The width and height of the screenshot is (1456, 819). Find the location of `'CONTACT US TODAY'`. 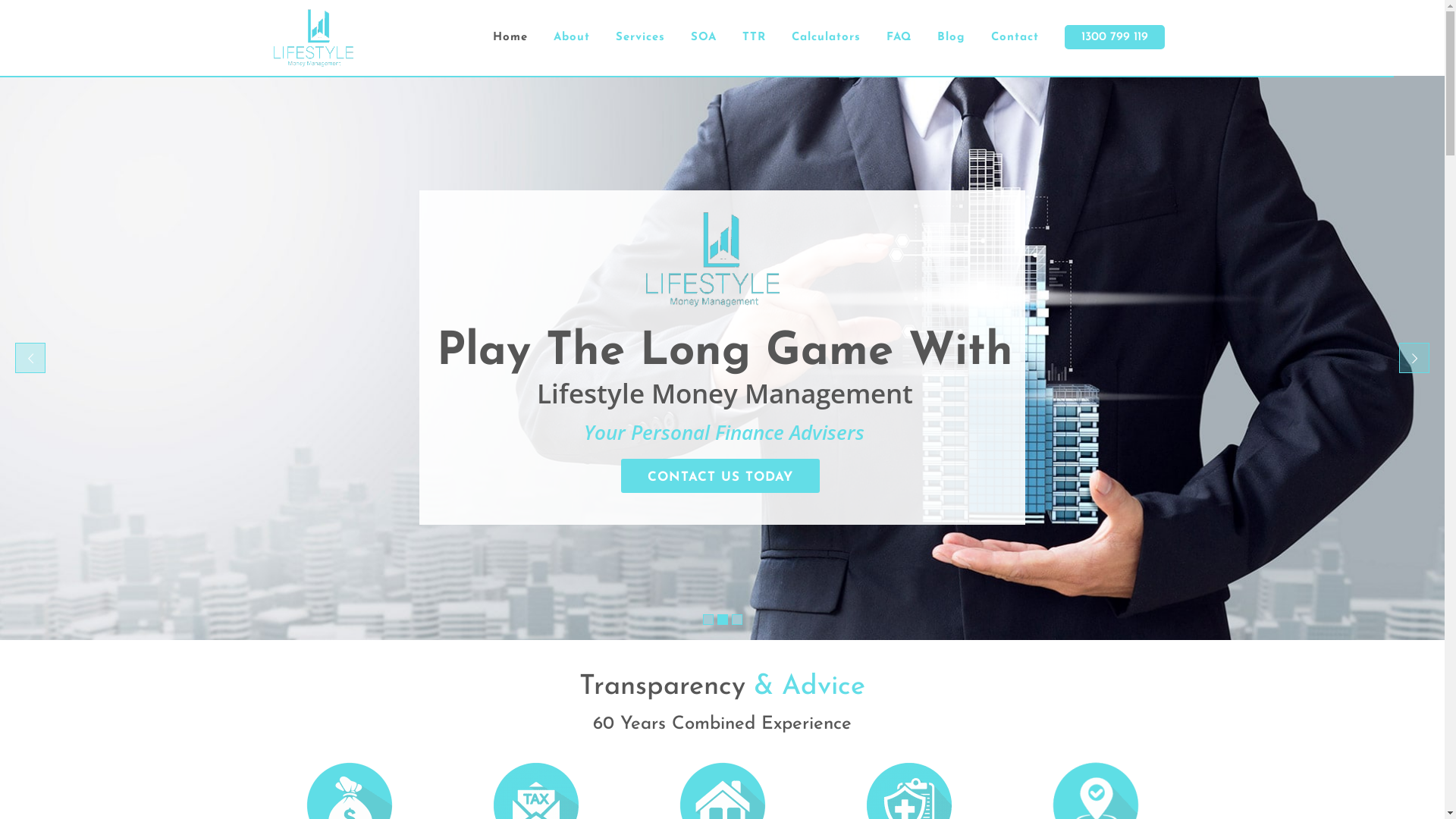

'CONTACT US TODAY' is located at coordinates (720, 475).